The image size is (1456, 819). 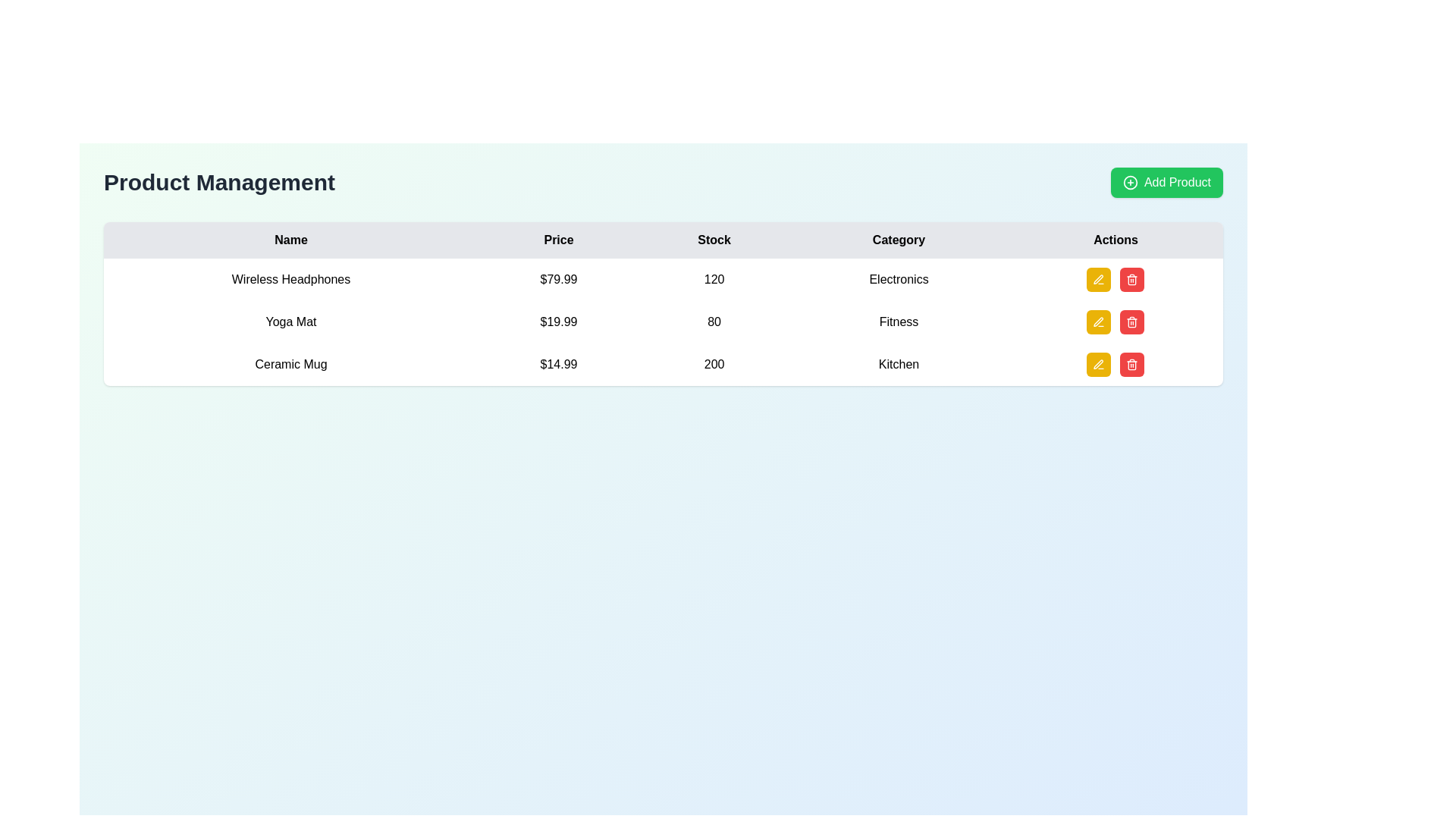 What do you see at coordinates (1099, 365) in the screenshot?
I see `the pen icon located within the yellow button in the 'Actions' column of the third row in the table` at bounding box center [1099, 365].